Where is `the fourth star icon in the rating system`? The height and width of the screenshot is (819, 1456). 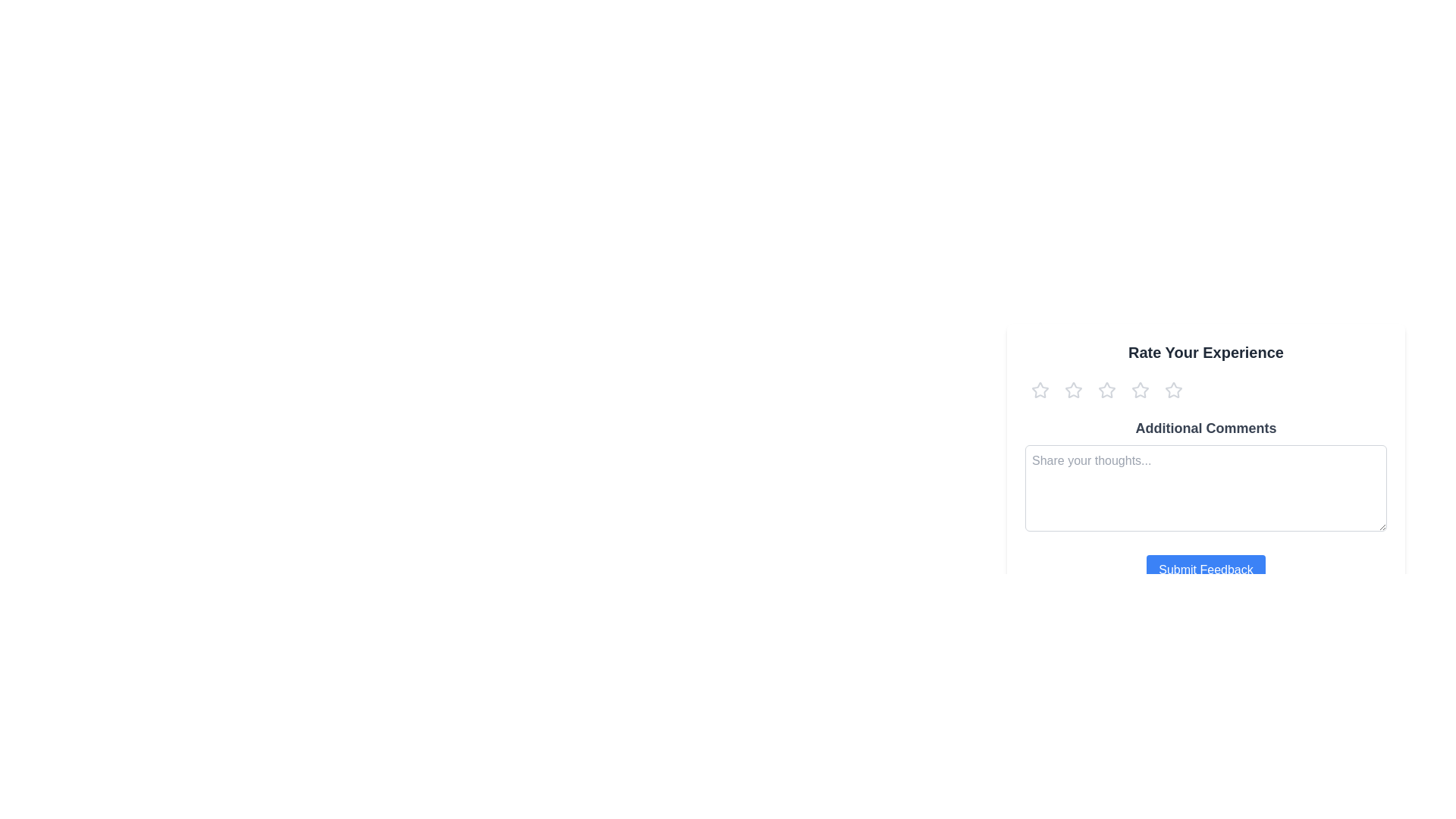
the fourth star icon in the rating system is located at coordinates (1173, 389).